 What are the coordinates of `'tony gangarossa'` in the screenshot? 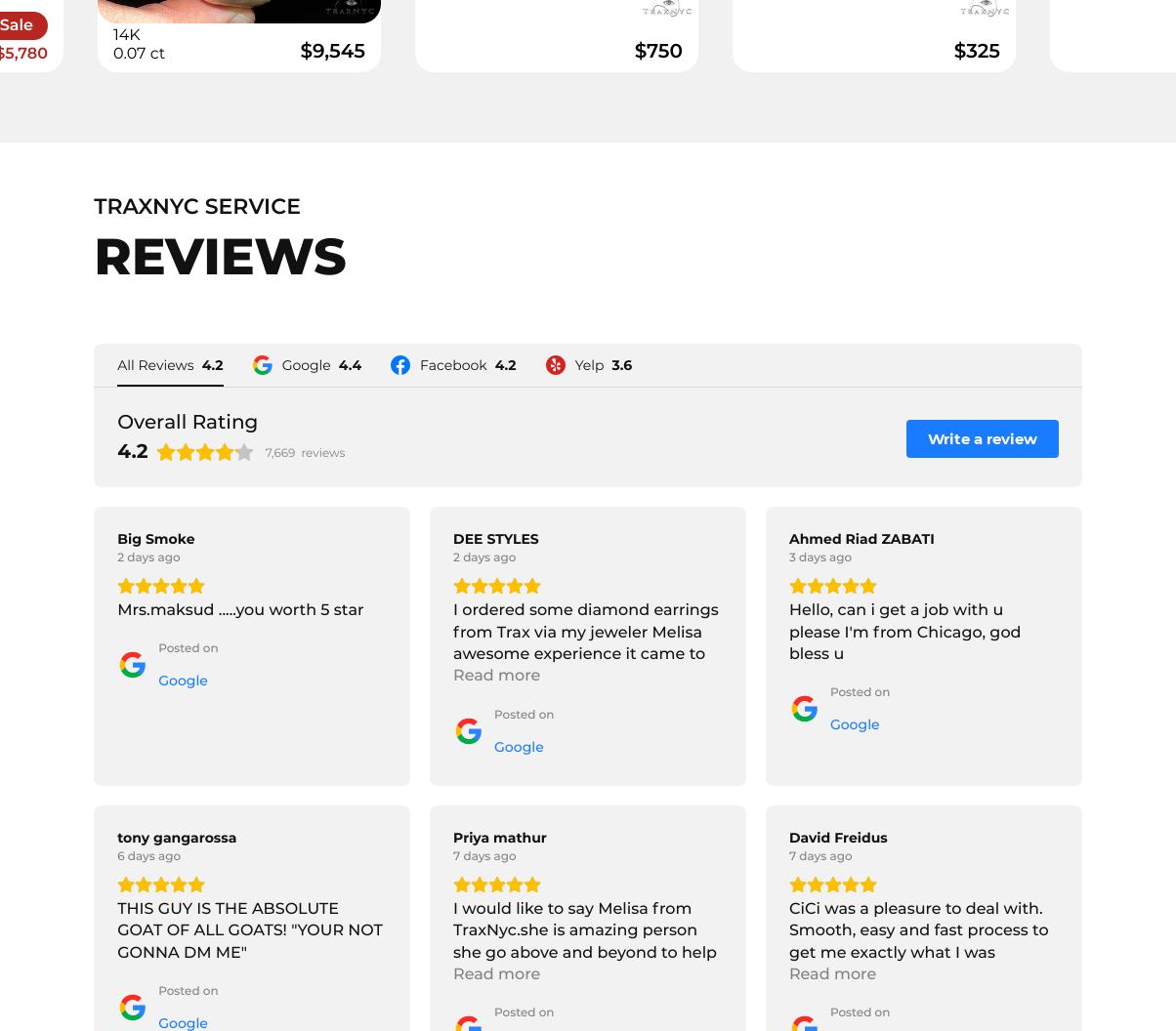 It's located at (176, 837).